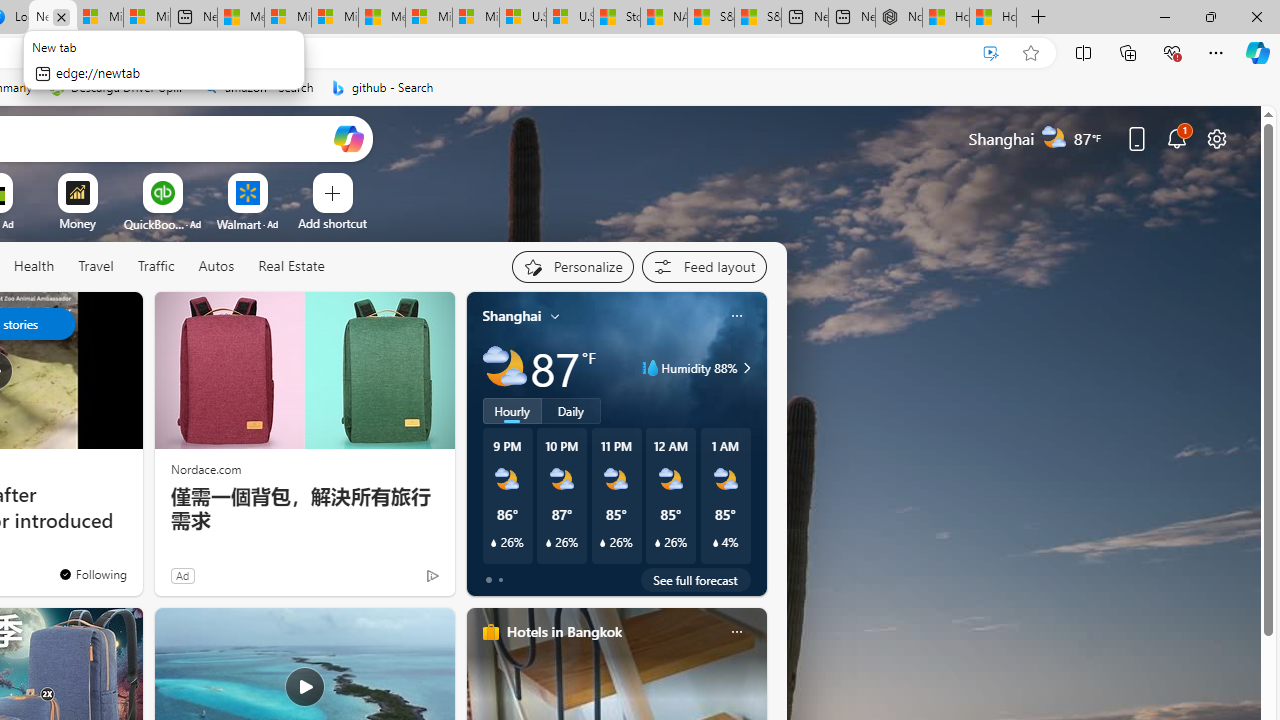  Describe the element at coordinates (993, 17) in the screenshot. I see `'How to Use a Monitor With Your Closed Laptop'` at that location.